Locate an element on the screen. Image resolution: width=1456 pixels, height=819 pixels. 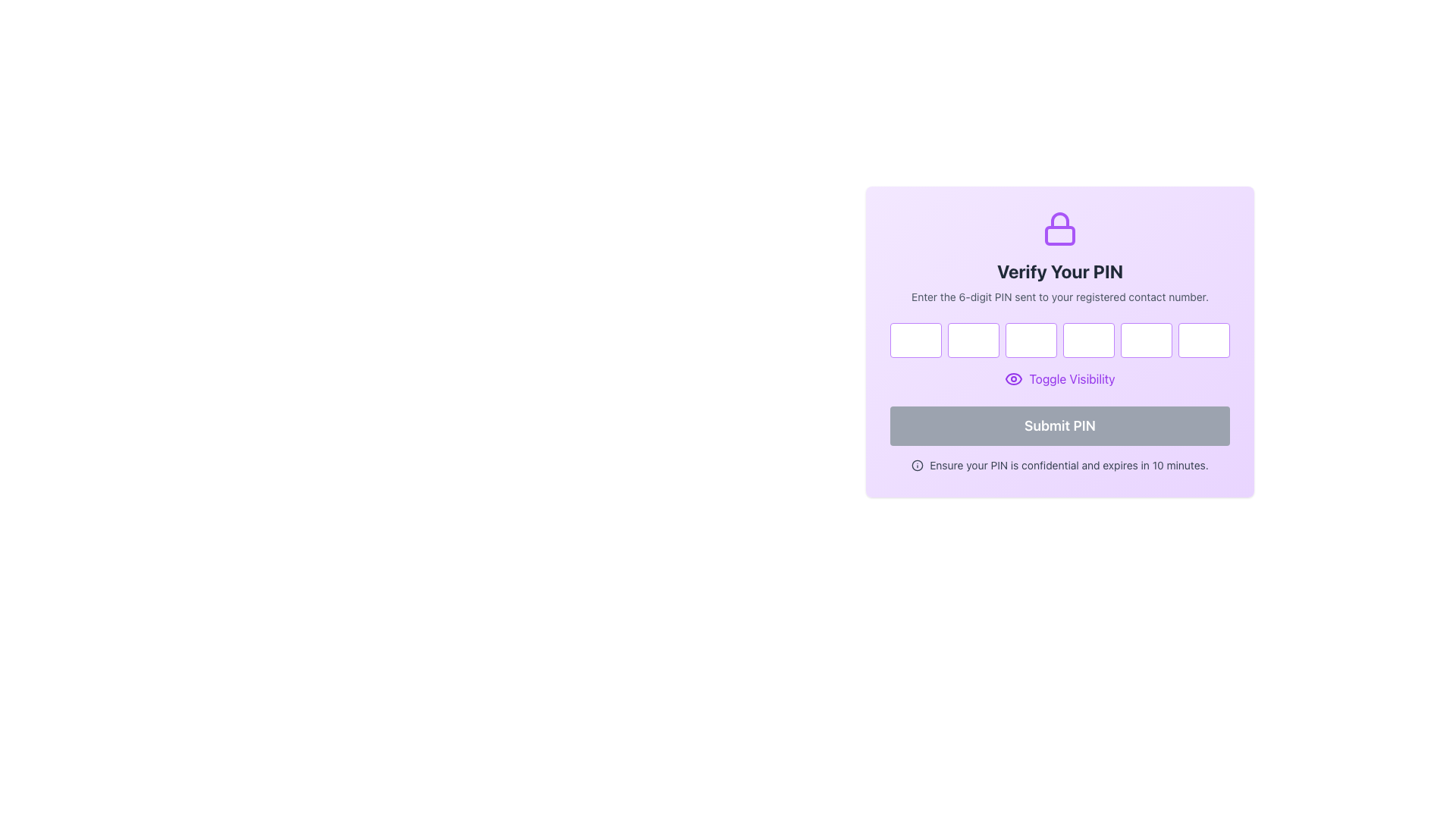
the 'Submit PIN' button, which is a rectangular button with a gray background and white bold text, located at the bottom of a purple dialog box is located at coordinates (1059, 426).